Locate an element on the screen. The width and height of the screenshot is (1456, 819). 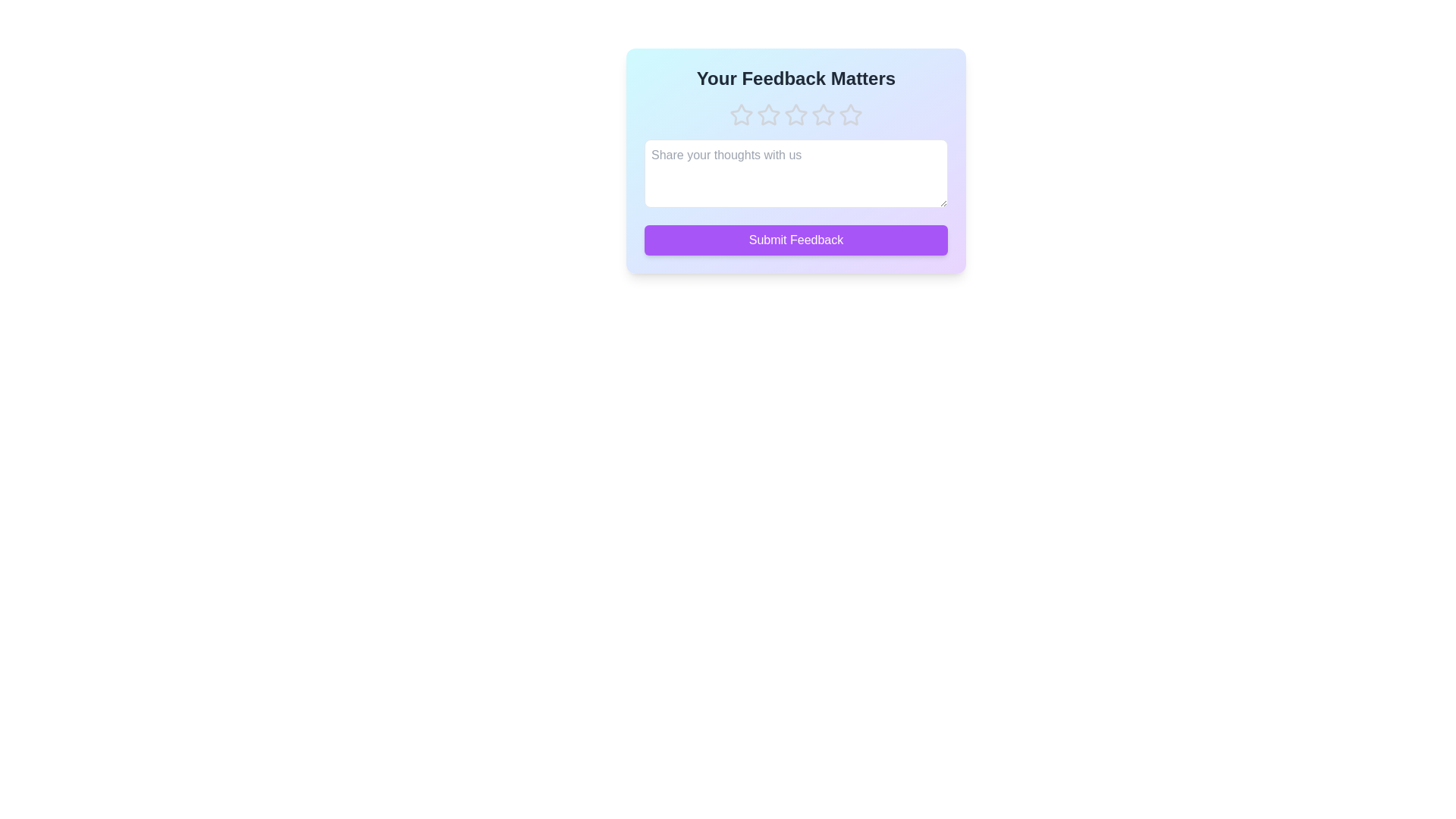
the 'Submit Feedback' button to submit the feedback is located at coordinates (795, 239).